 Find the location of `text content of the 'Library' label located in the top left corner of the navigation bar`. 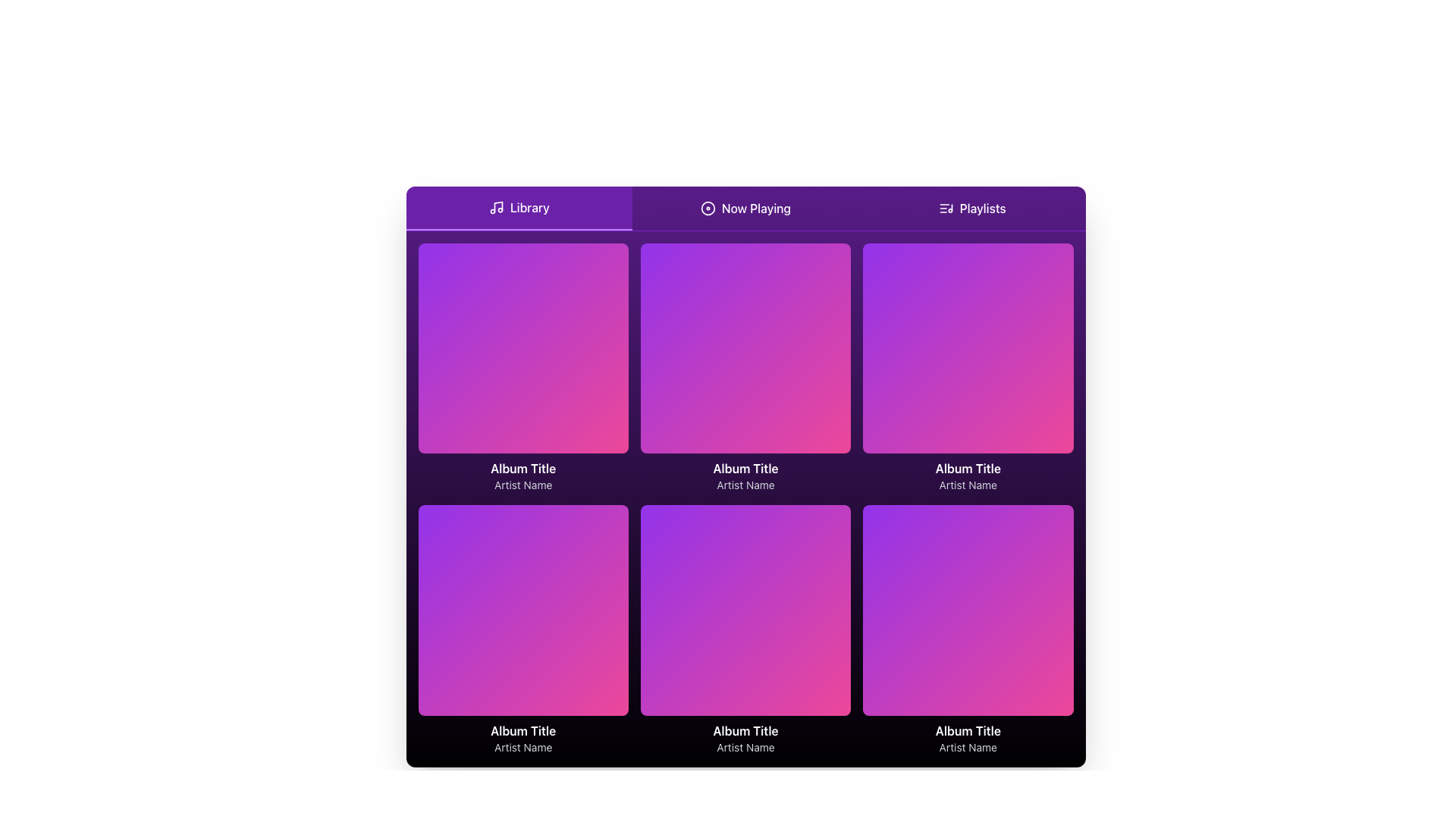

text content of the 'Library' label located in the top left corner of the navigation bar is located at coordinates (529, 207).